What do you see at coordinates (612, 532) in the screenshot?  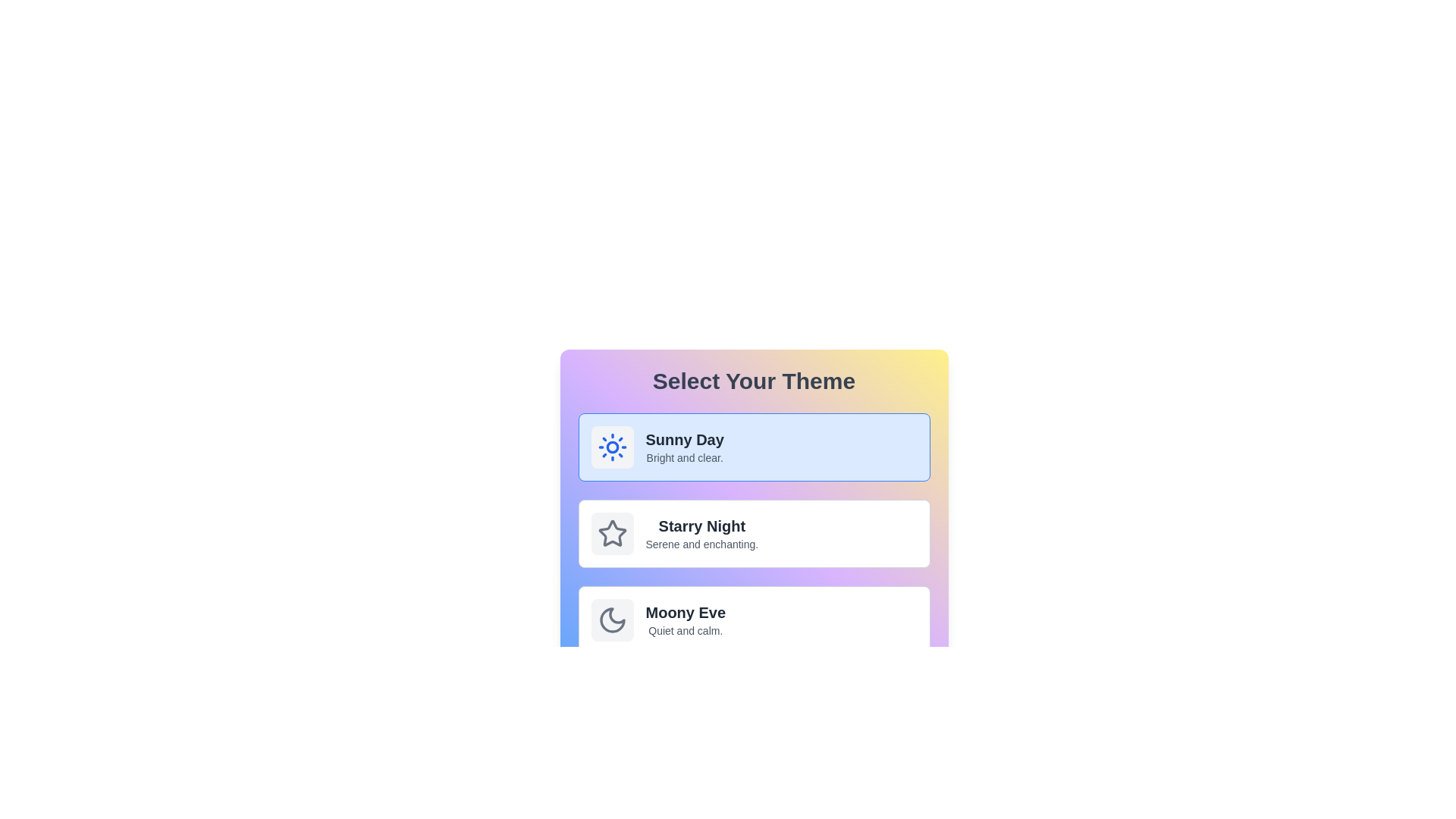 I see `the graphical star icon with a gray outline` at bounding box center [612, 532].